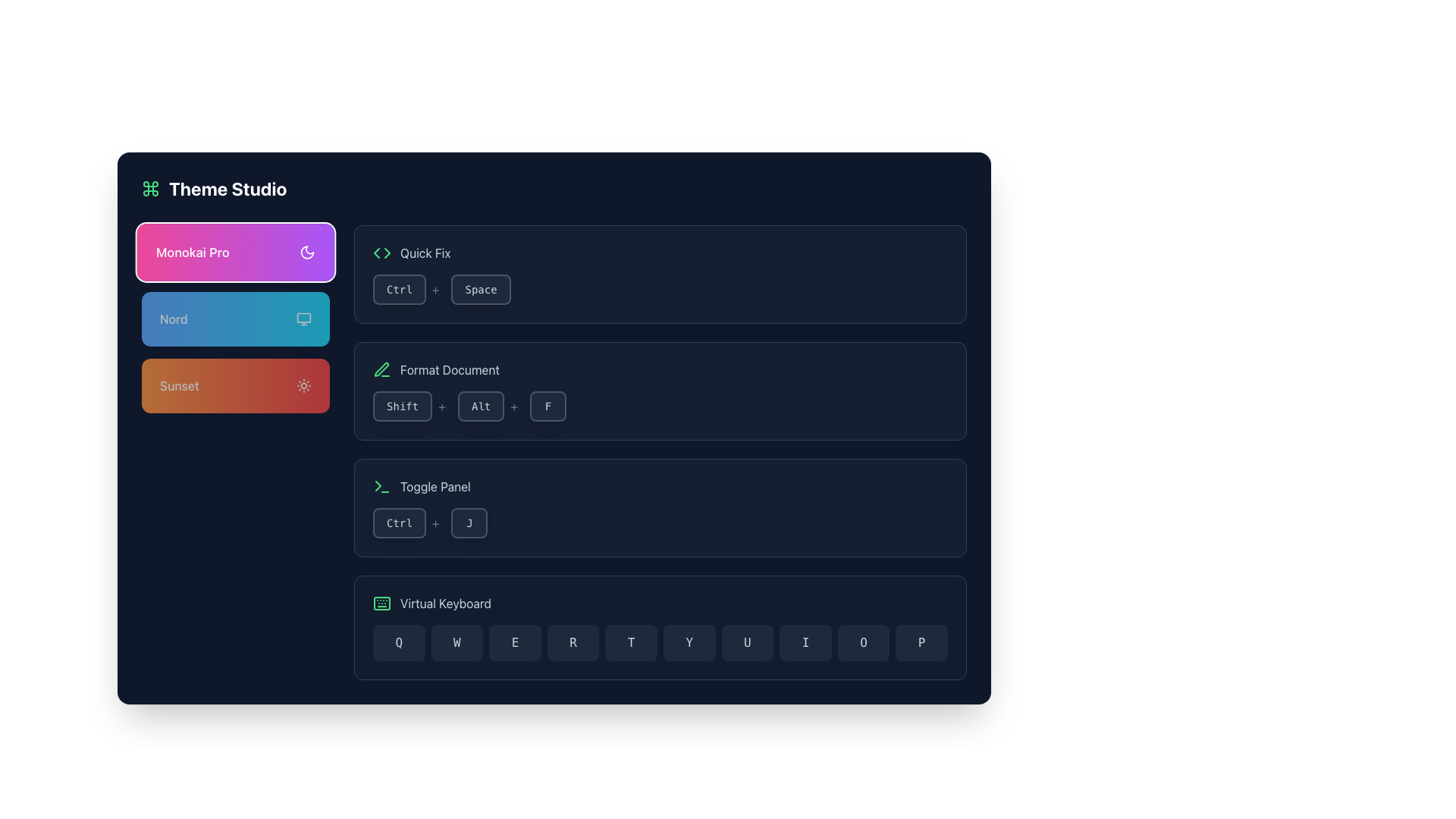  I want to click on the text element indicating the theme name 'Nord', which is located within the second rectangular button featuring a blue gradient background, positioned below the 'Monokai Pro' button and above the 'Sunset' button, so click(174, 318).